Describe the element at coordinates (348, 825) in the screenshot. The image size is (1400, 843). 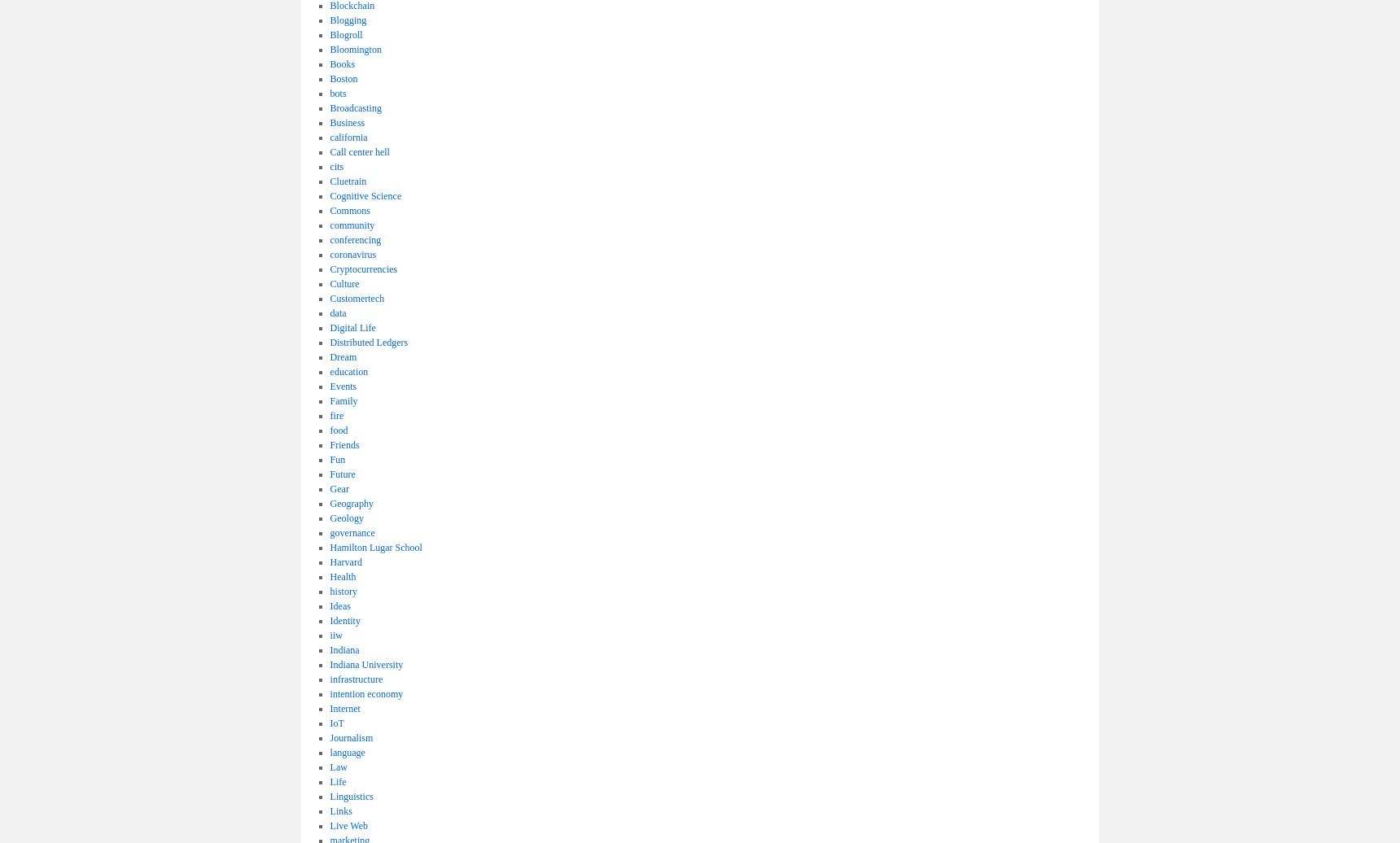
I see `'Live Web'` at that location.